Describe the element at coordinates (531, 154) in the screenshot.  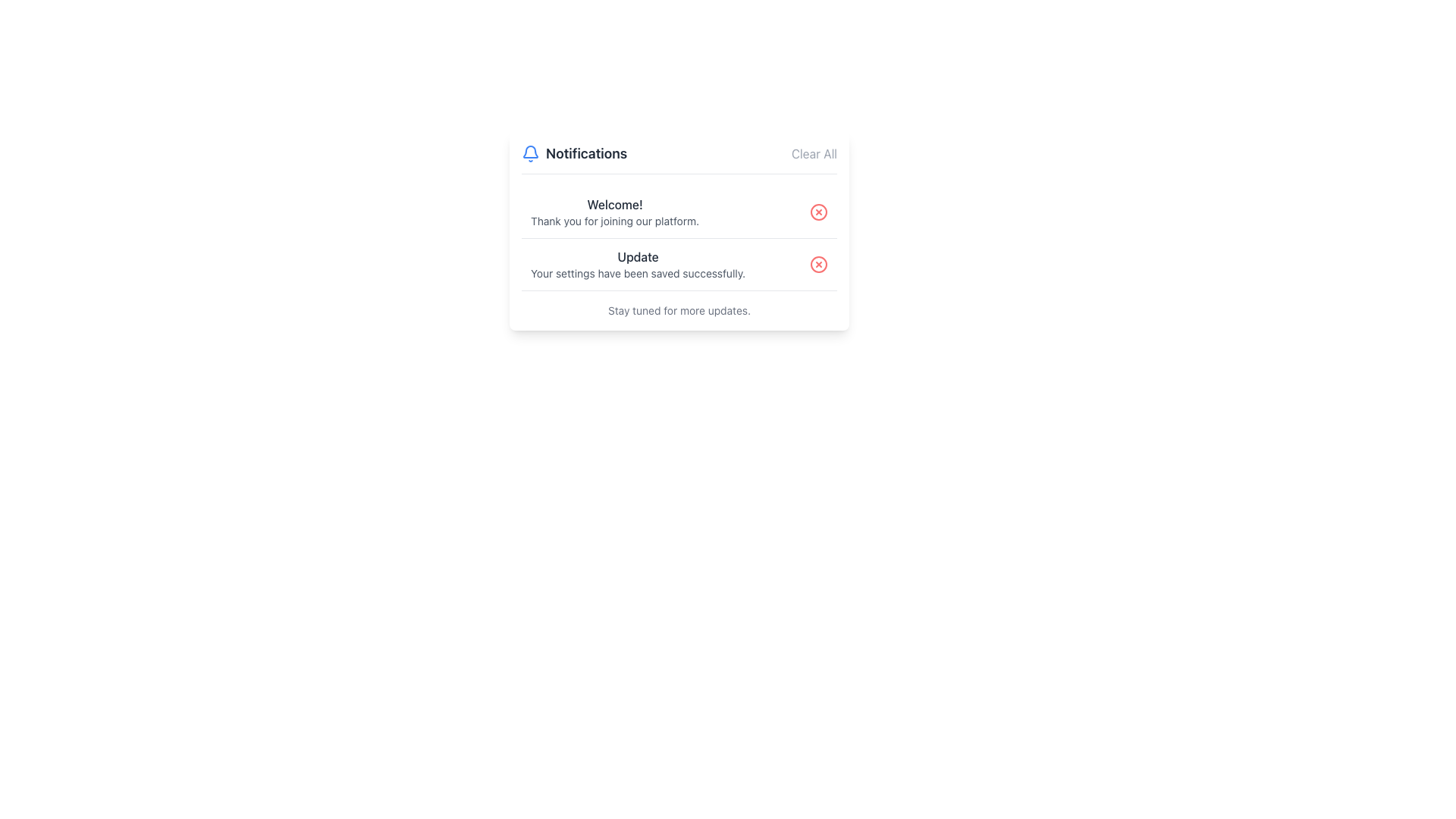
I see `the blue notification bell icon located to the left of the 'Notifications' text in the top-left area of the notification panel` at that location.